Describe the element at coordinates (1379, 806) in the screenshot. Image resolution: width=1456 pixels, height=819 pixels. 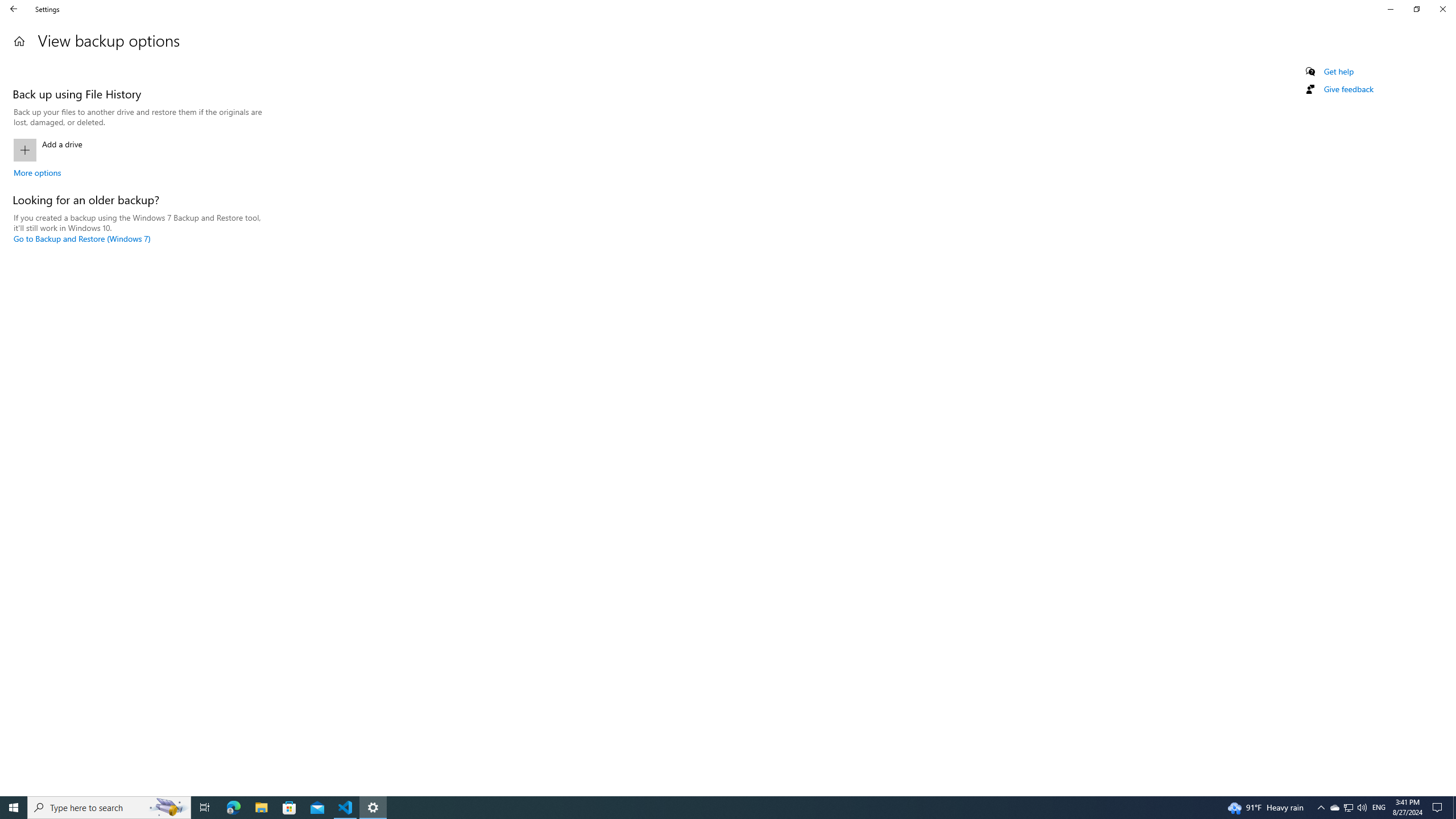
I see `'Tray Input Indicator - English (United States)'` at that location.